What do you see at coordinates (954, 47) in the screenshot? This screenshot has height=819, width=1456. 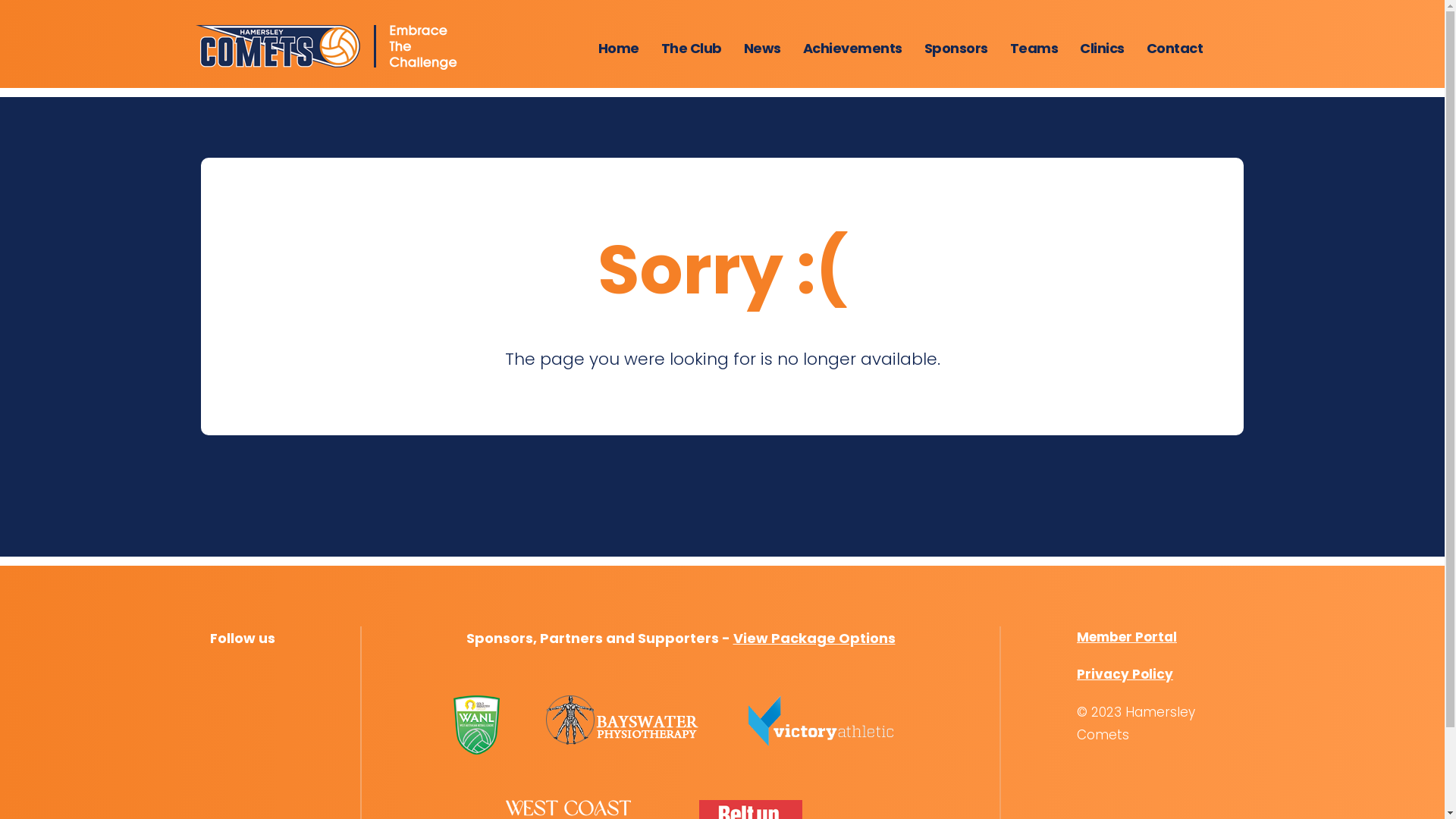 I see `'Sponsors'` at bounding box center [954, 47].